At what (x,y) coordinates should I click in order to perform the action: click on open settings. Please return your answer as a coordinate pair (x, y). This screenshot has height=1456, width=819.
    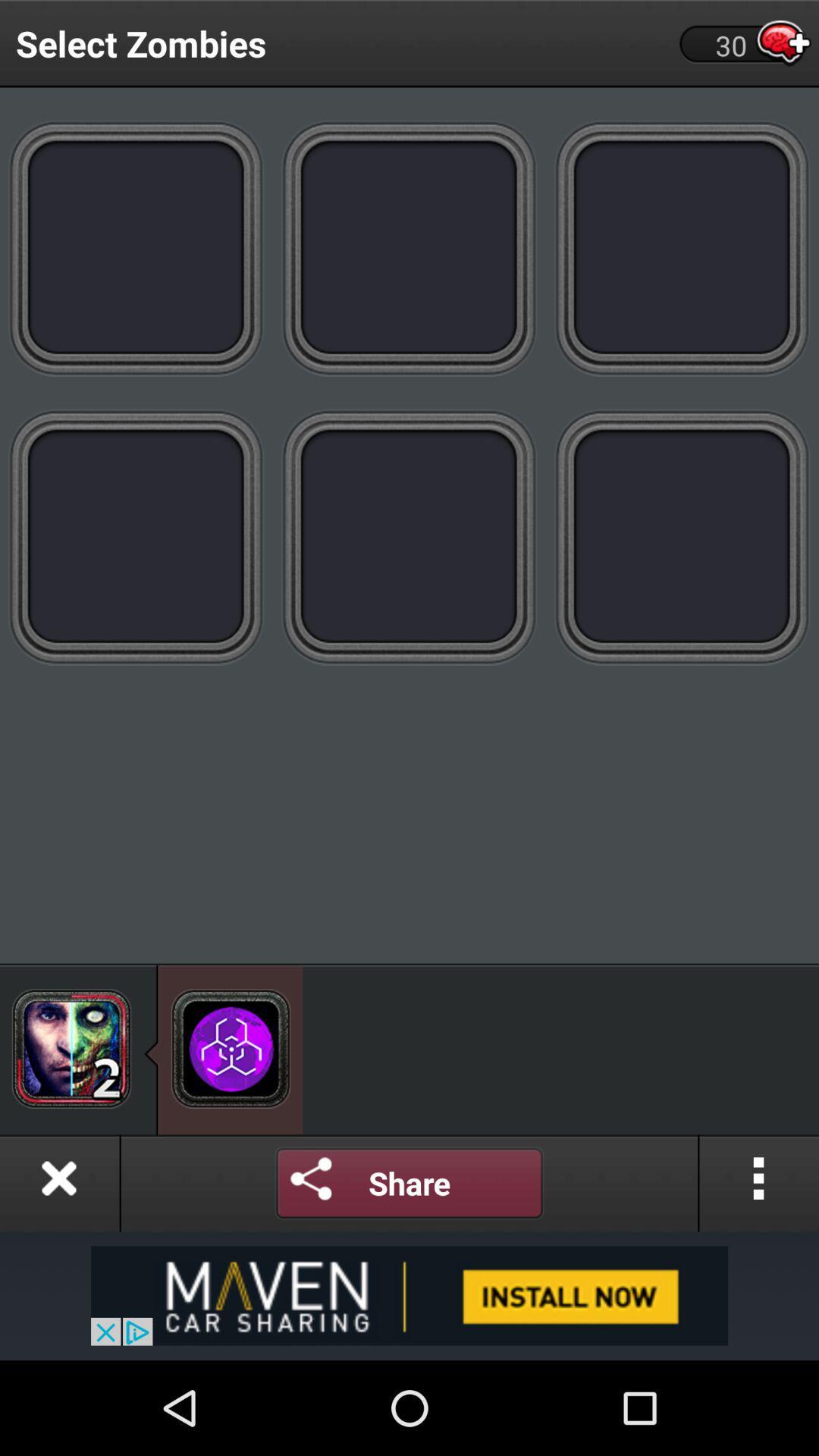
    Looking at the image, I should click on (311, 1182).